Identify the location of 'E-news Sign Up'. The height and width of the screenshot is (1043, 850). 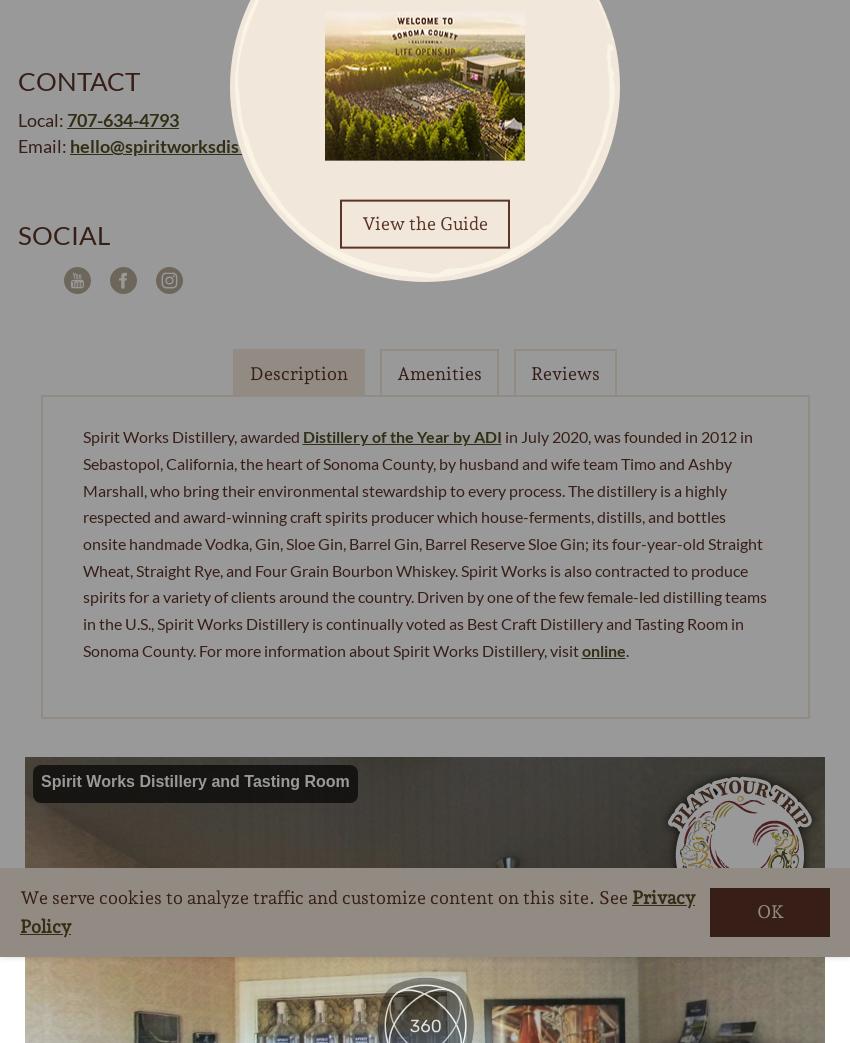
(373, 931).